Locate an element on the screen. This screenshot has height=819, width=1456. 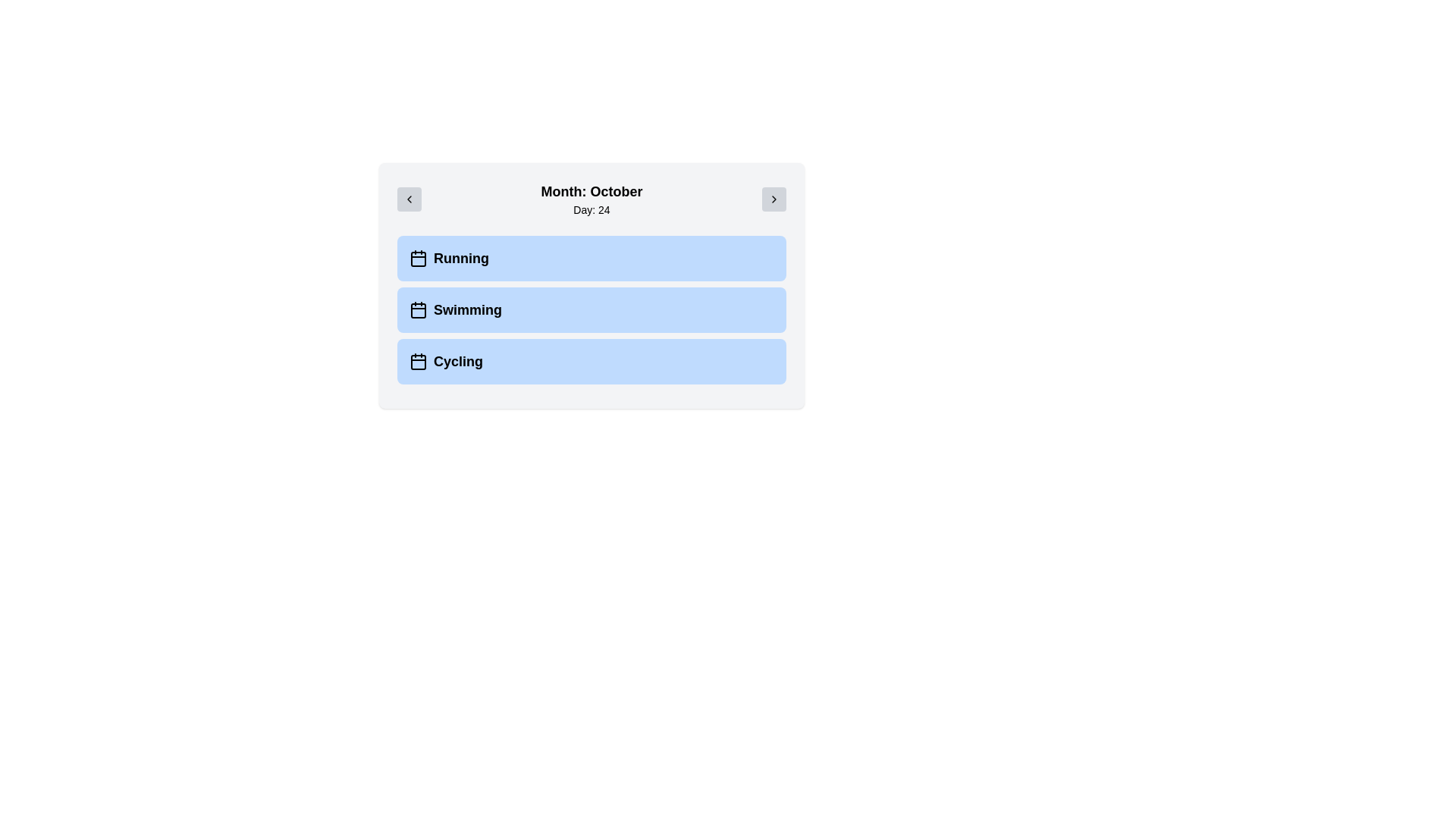
the navigation button located at the top-left corner of the calendar view is located at coordinates (409, 198).